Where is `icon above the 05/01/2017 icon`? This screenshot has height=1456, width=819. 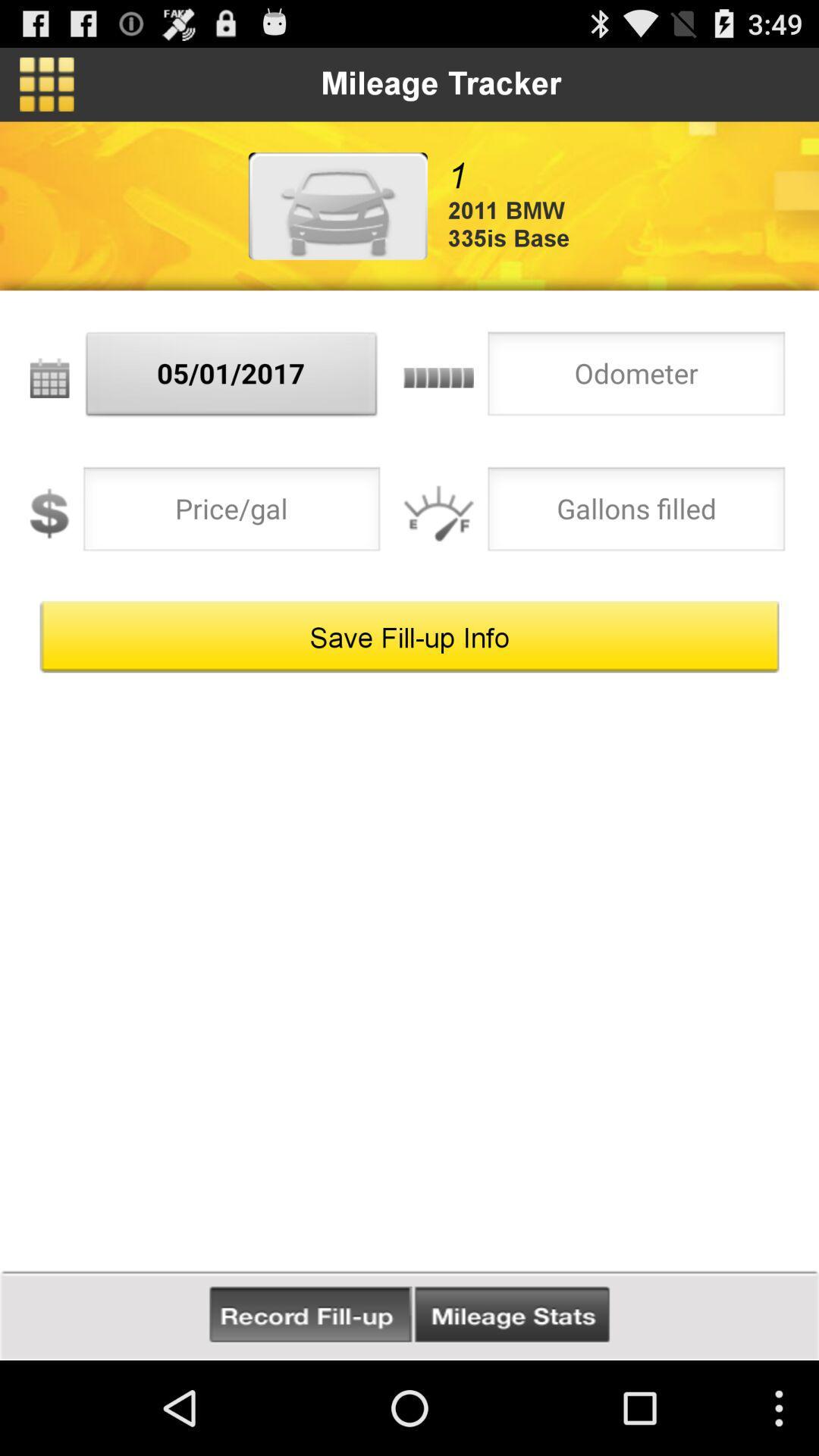
icon above the 05/01/2017 icon is located at coordinates (45, 83).